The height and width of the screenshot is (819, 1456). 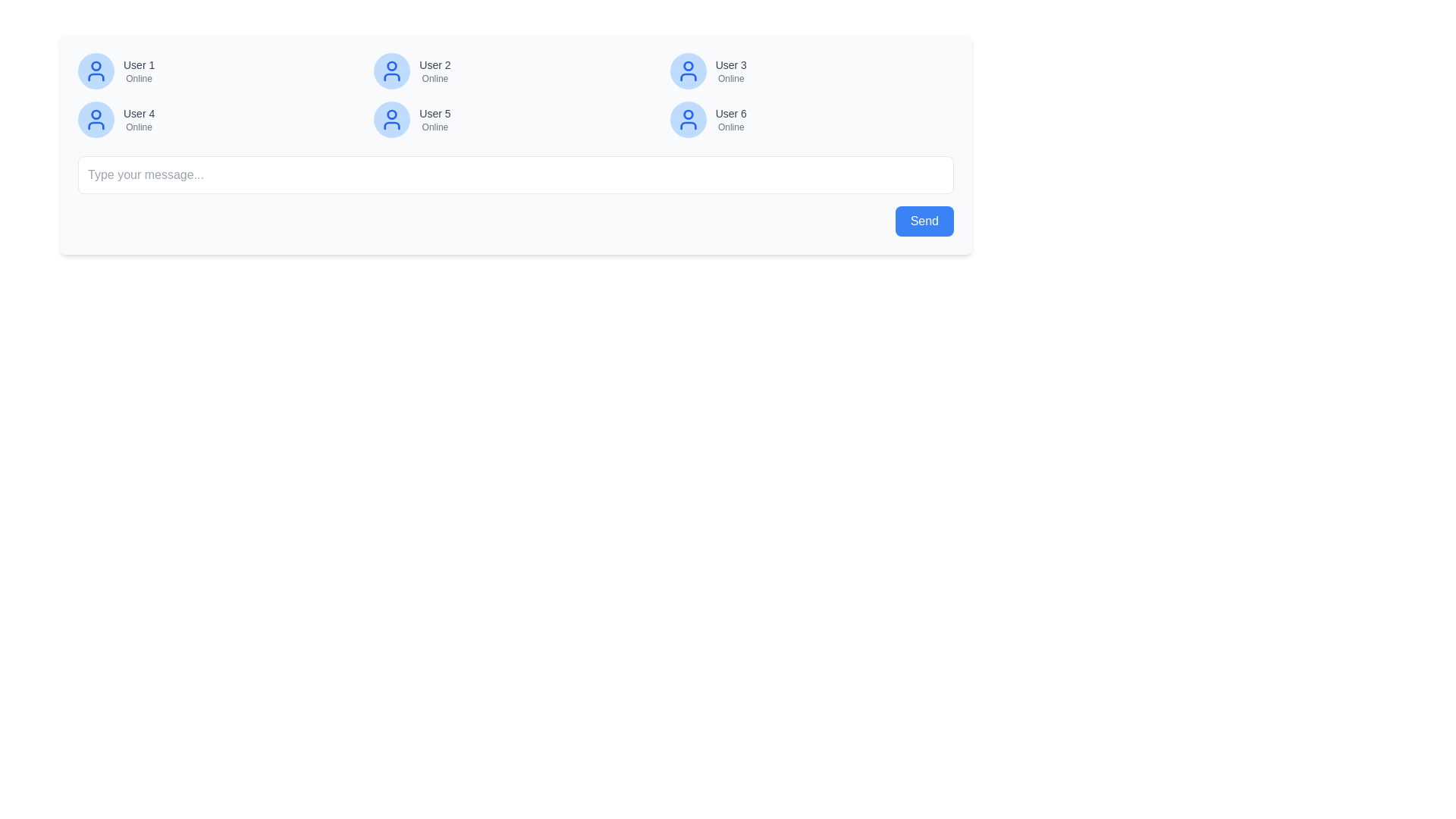 What do you see at coordinates (731, 64) in the screenshot?
I see `the 'User 3' text label in the top-right region of the user list` at bounding box center [731, 64].